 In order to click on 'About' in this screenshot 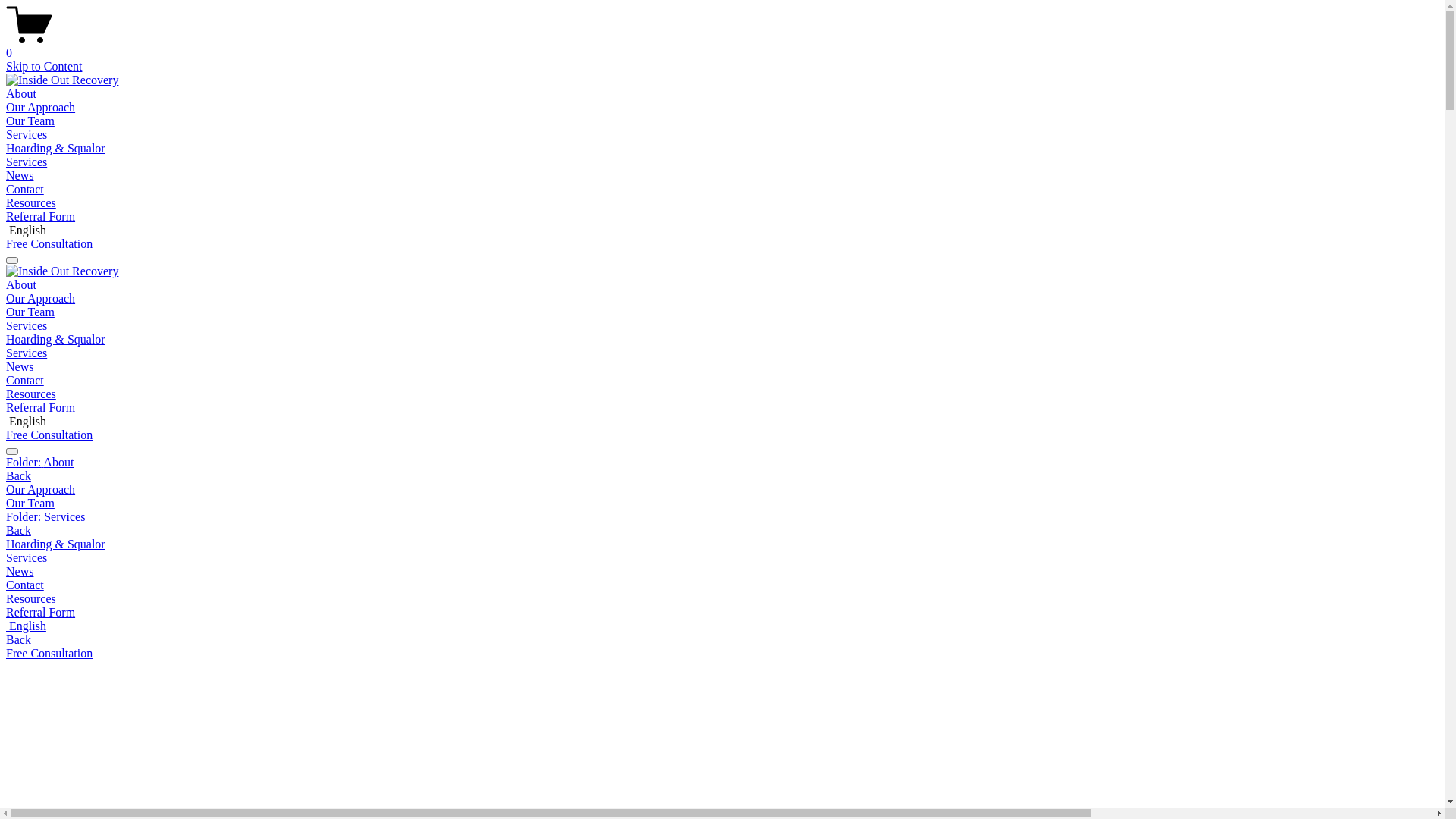, I will do `click(21, 284)`.